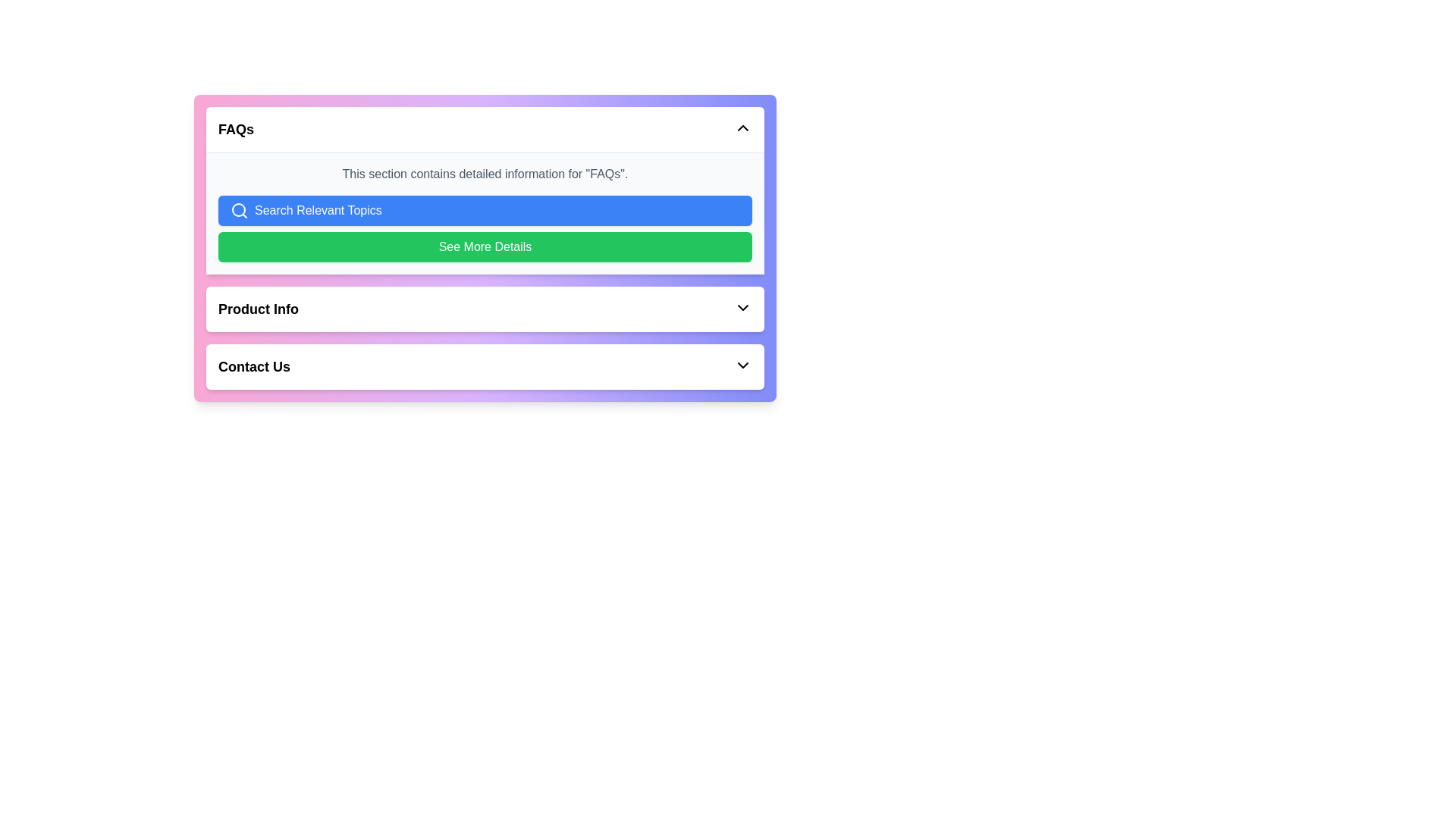  What do you see at coordinates (238, 210) in the screenshot?
I see `the small circular magnifying lens icon located to the left of the text 'Search Relevant Topics' within the blue rectangle button in the 'FAQs' section` at bounding box center [238, 210].